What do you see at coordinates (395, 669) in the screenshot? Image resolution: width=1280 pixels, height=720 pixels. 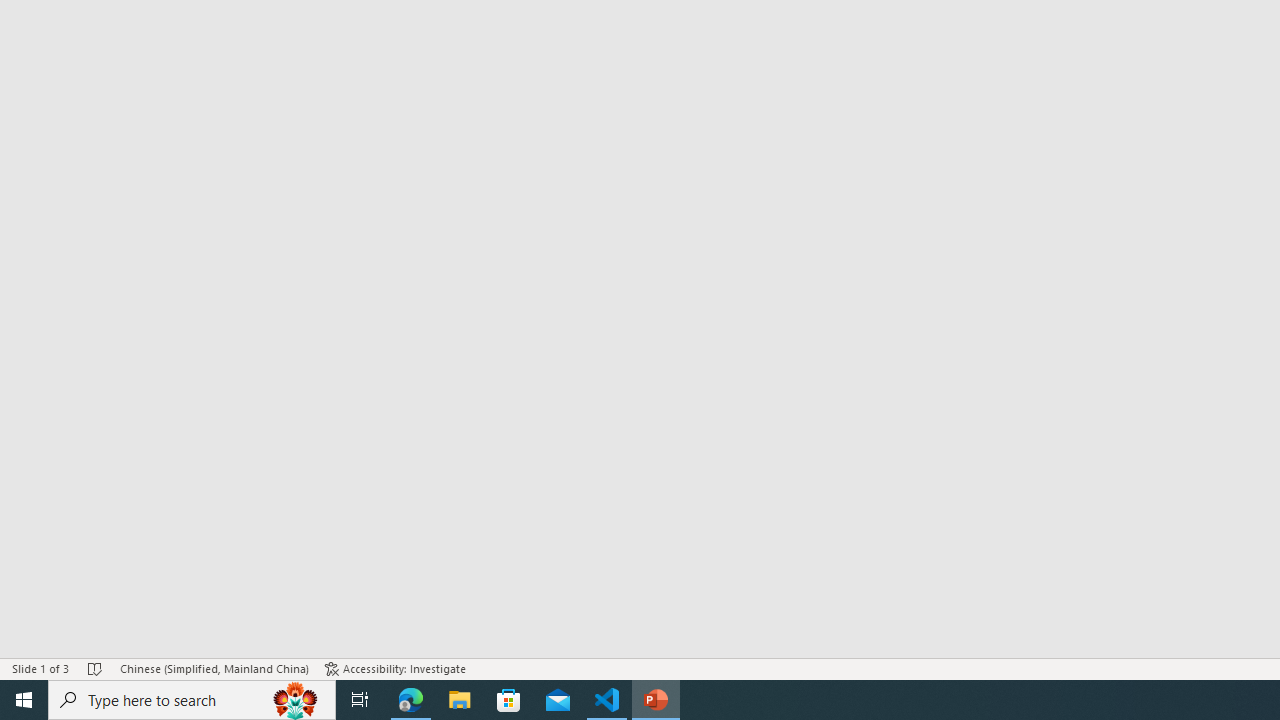 I see `'Accessibility Checker Accessibility: Investigate'` at bounding box center [395, 669].